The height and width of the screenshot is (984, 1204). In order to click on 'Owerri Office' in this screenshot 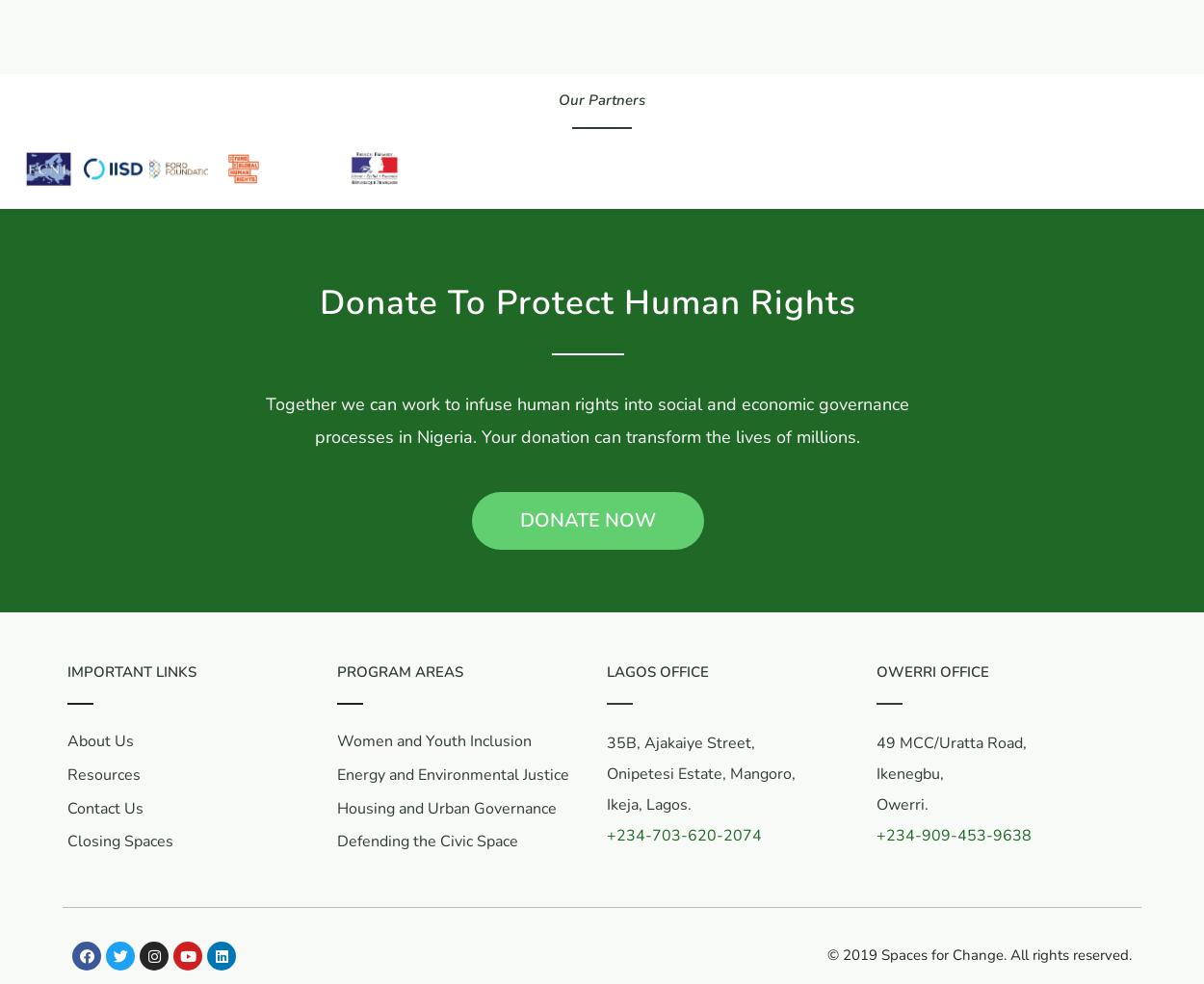, I will do `click(877, 672)`.